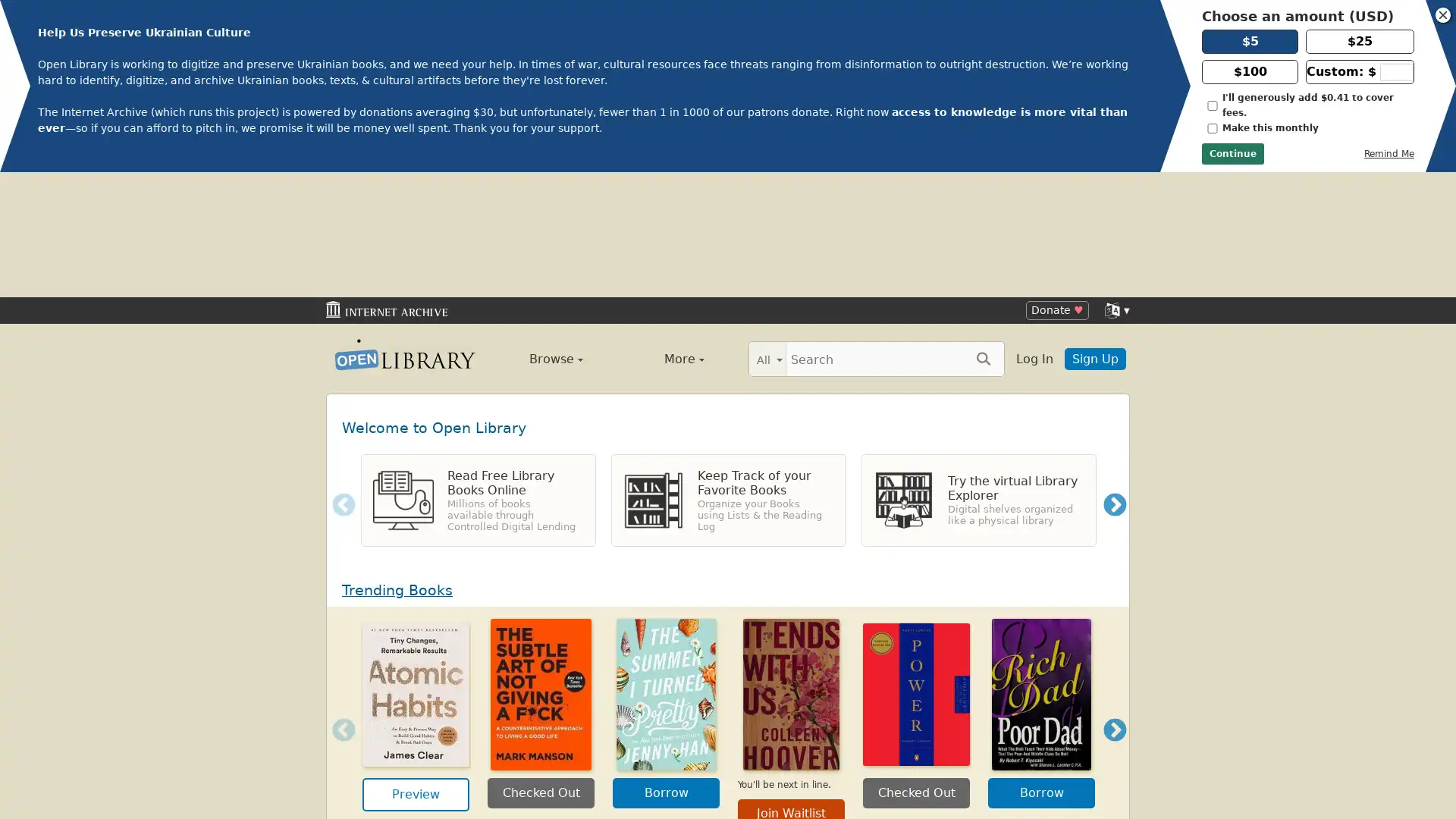  Describe the element at coordinates (1115, 604) in the screenshot. I see `Next` at that location.